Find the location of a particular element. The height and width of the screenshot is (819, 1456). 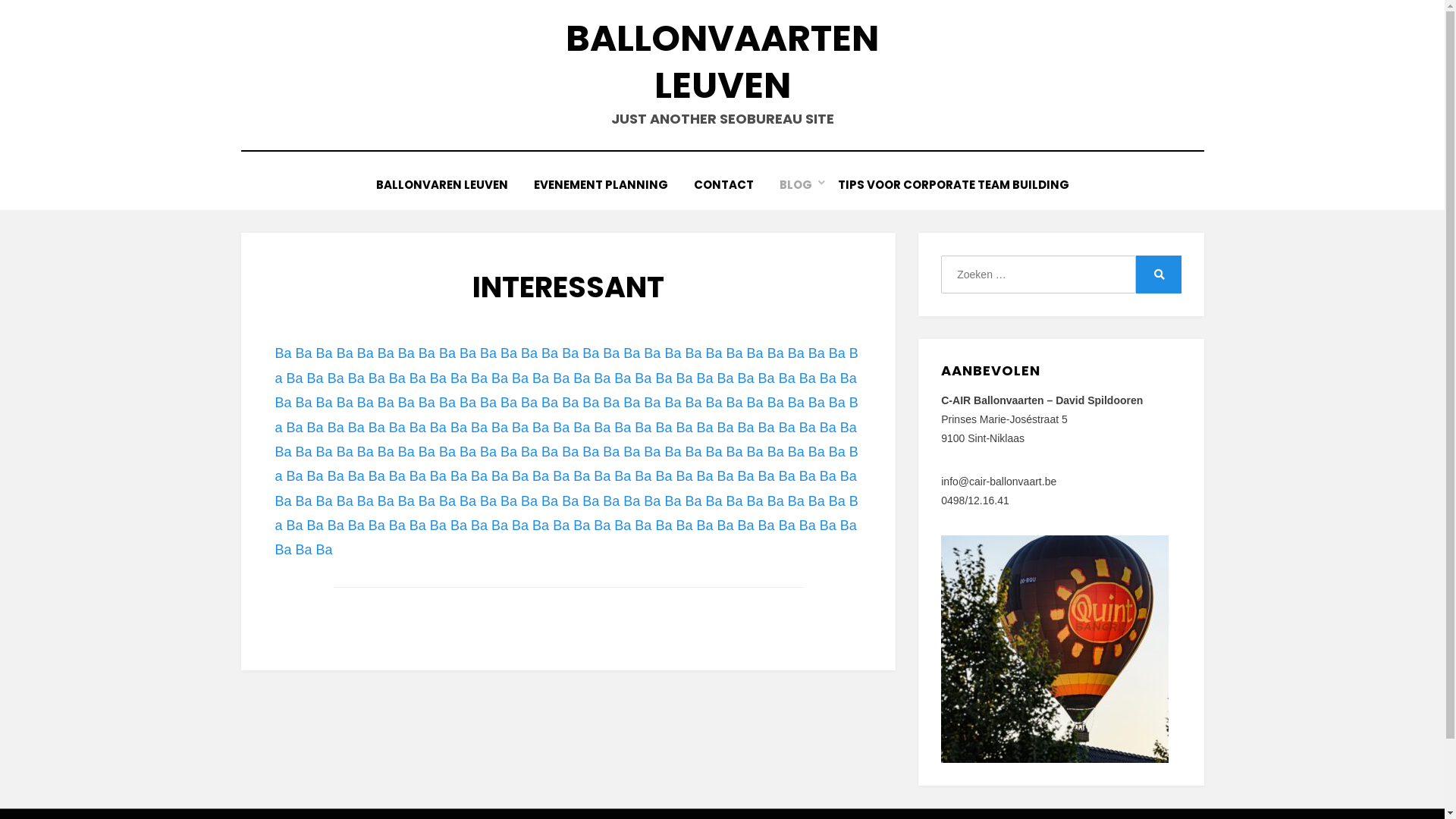

'Ba' is located at coordinates (775, 402).